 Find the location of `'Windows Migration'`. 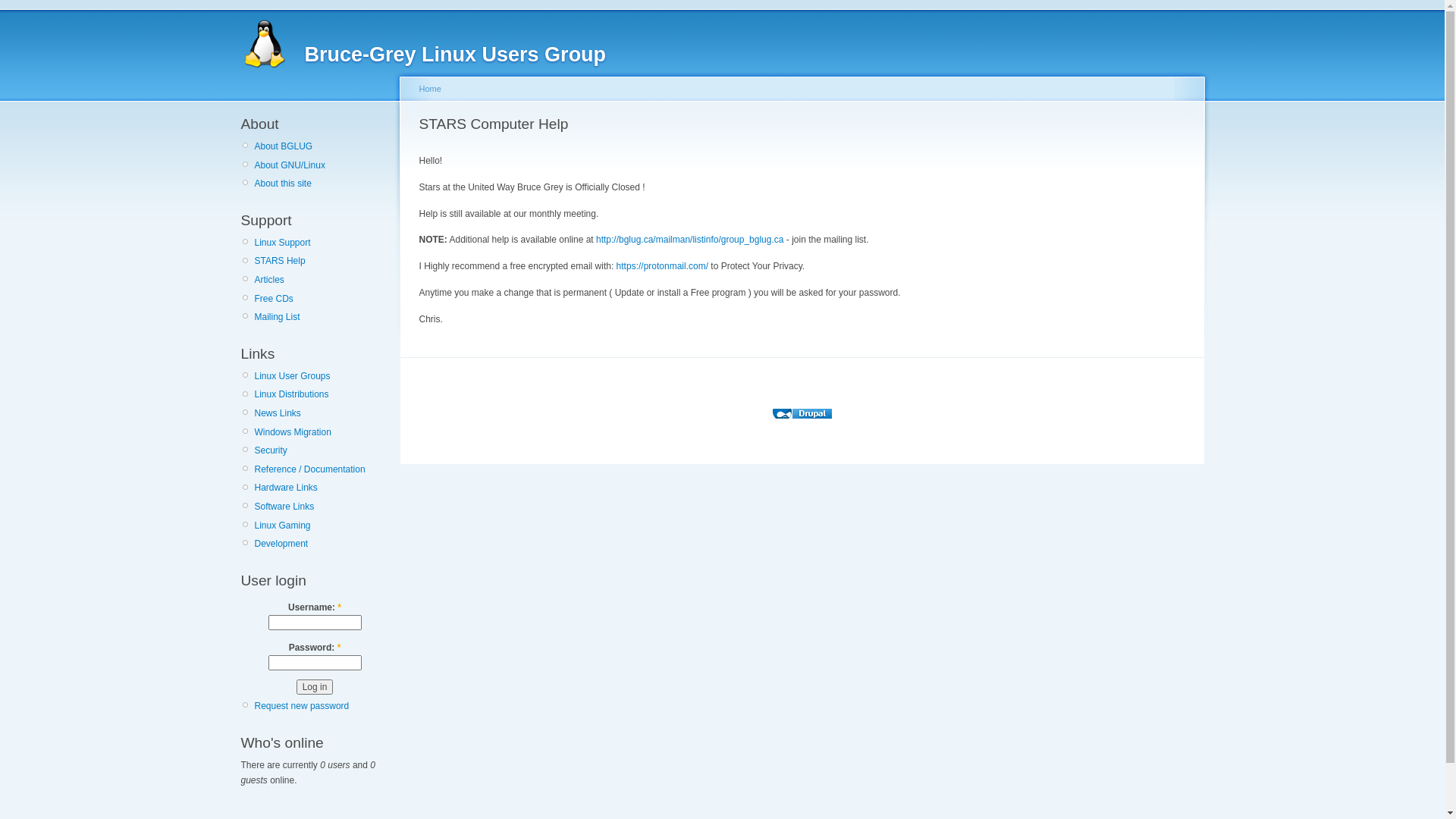

'Windows Migration' is located at coordinates (321, 432).